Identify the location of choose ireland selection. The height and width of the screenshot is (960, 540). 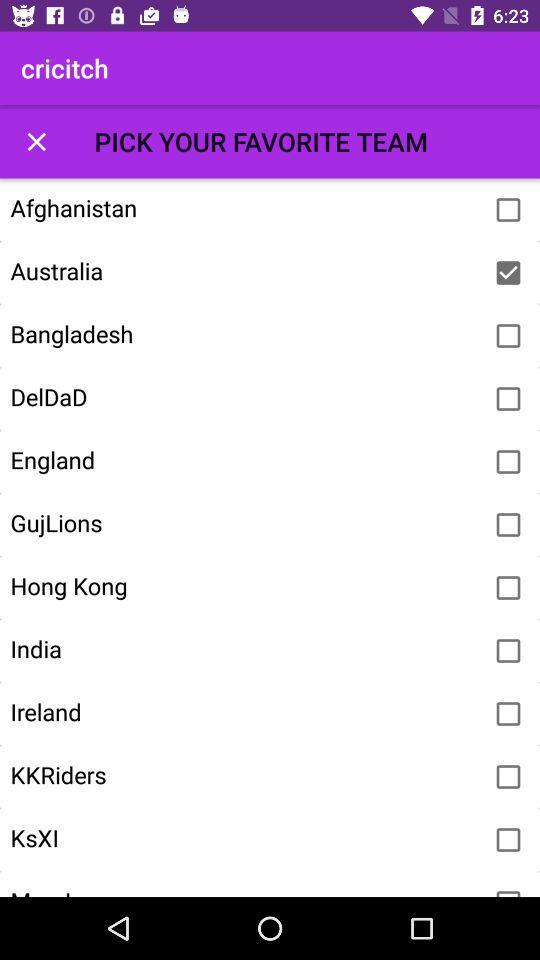
(508, 714).